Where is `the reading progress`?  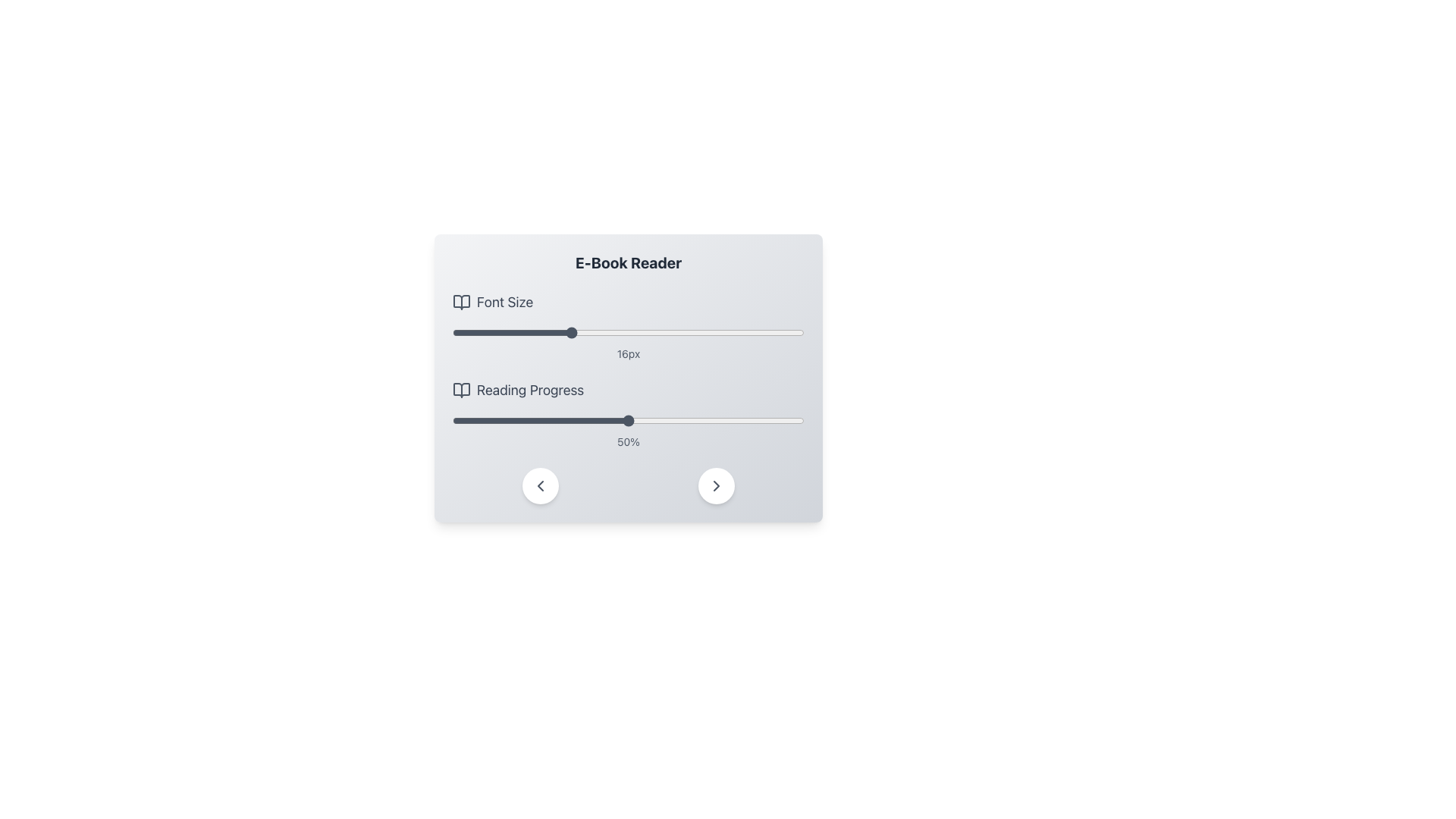 the reading progress is located at coordinates (745, 421).